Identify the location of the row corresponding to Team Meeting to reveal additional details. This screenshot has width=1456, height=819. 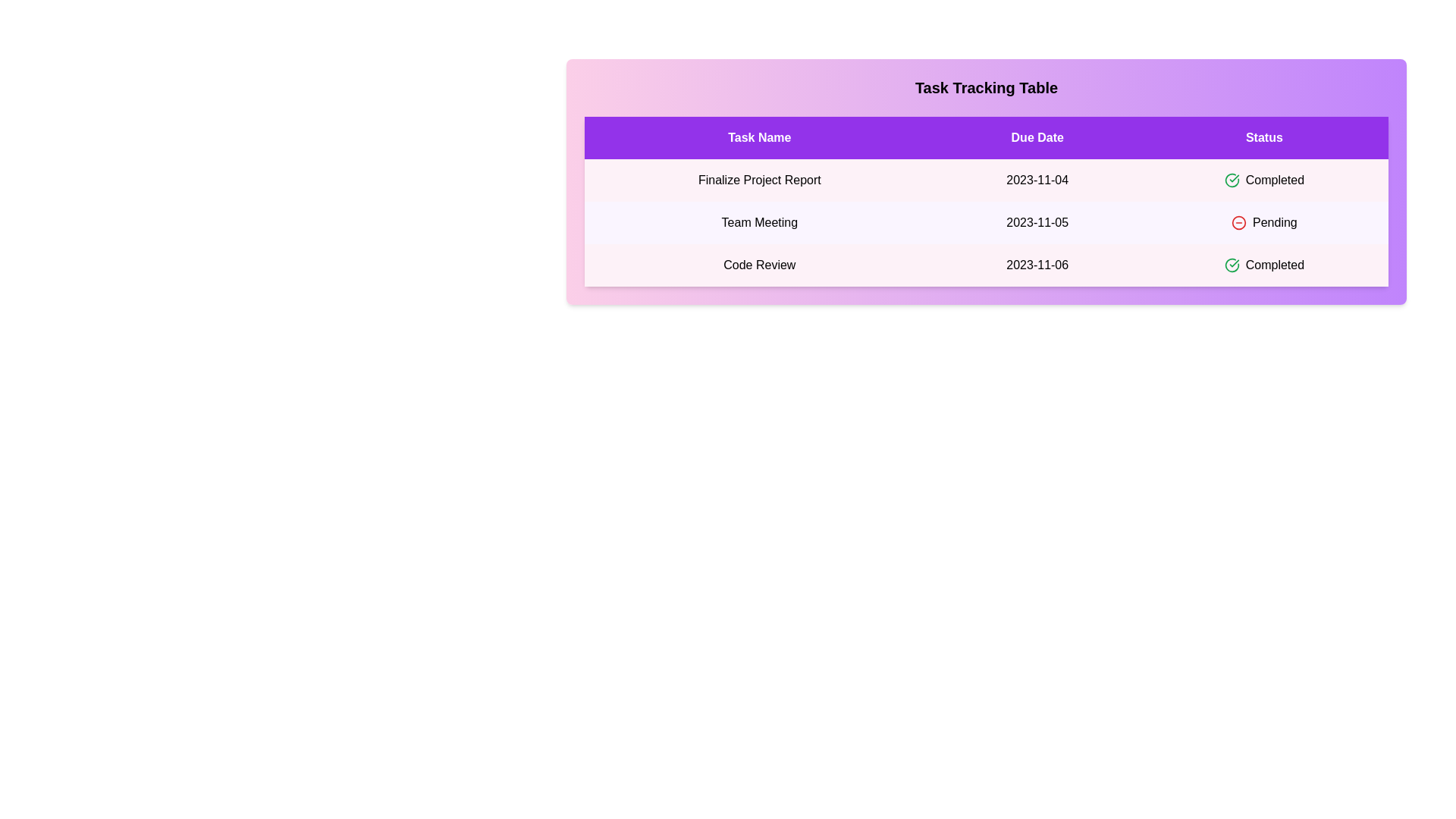
(986, 222).